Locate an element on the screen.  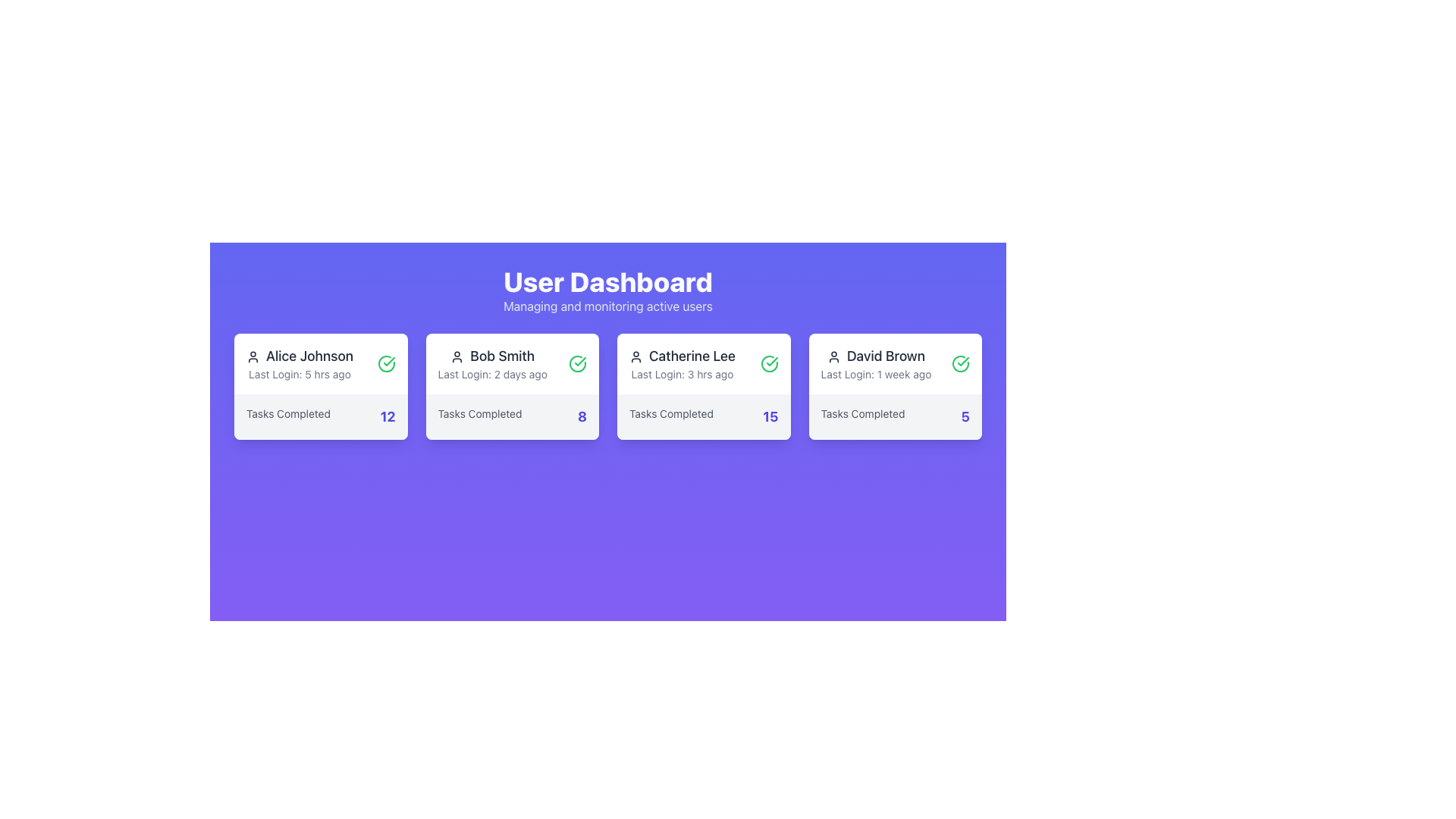
displayed information from the Text Label showing the number '15' in bold indigo font, located in the bottom-right section of the card labeled 'Tasks Completed' for 'Catherine Lee' is located at coordinates (770, 417).